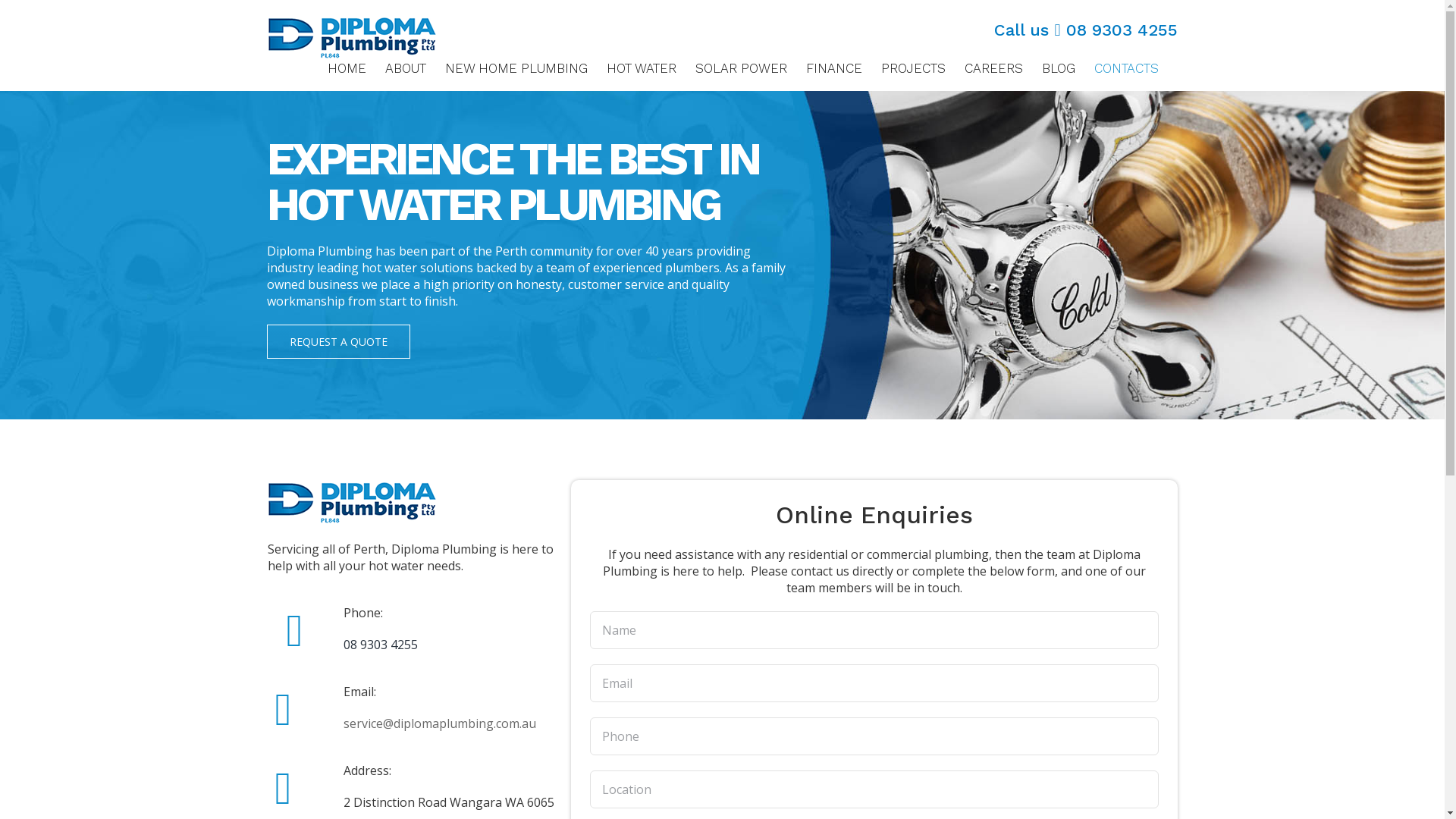 The image size is (1456, 819). Describe the element at coordinates (993, 67) in the screenshot. I see `'CAREERS'` at that location.